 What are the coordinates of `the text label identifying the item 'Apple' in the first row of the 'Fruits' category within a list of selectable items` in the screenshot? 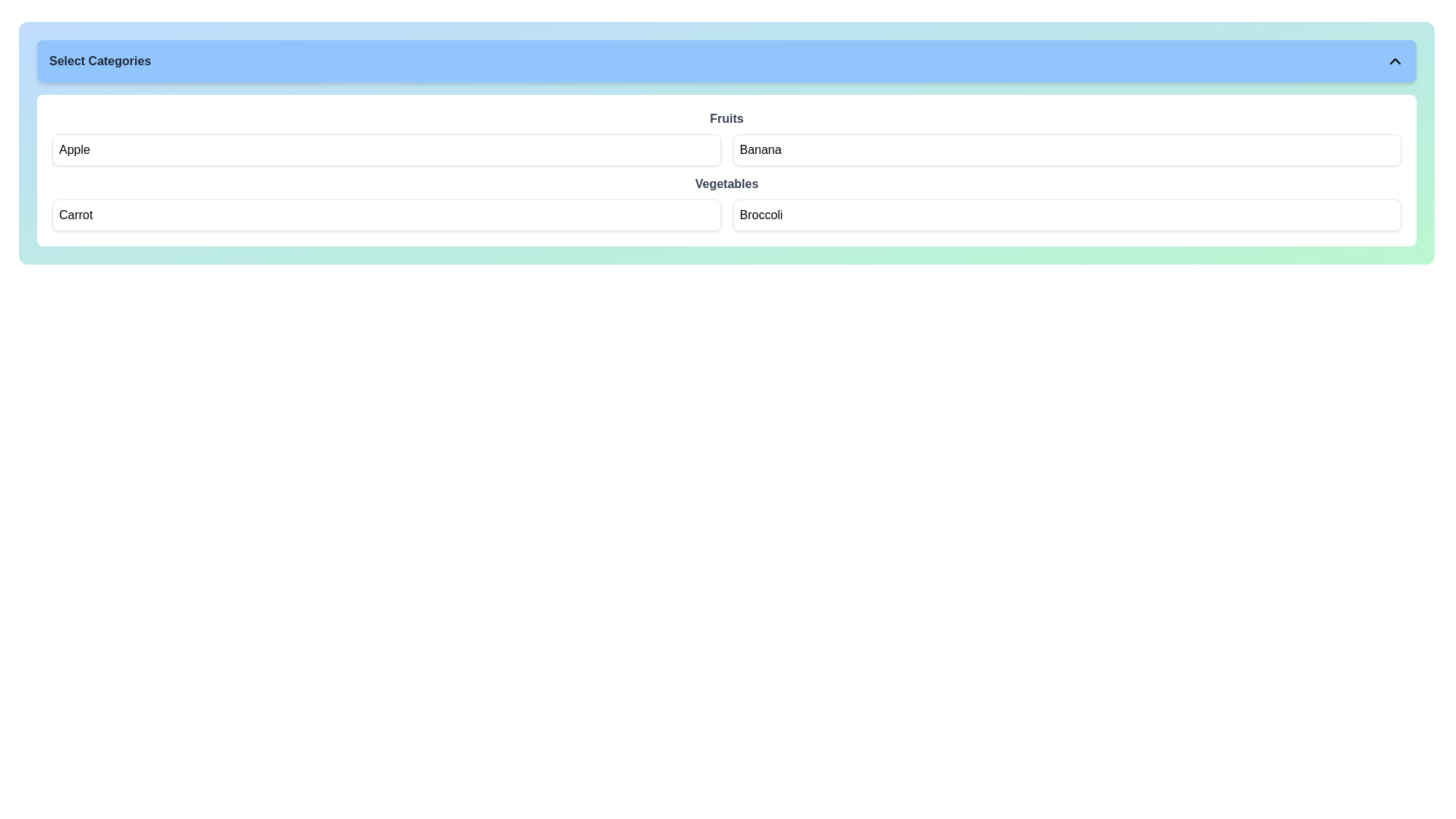 It's located at (74, 149).